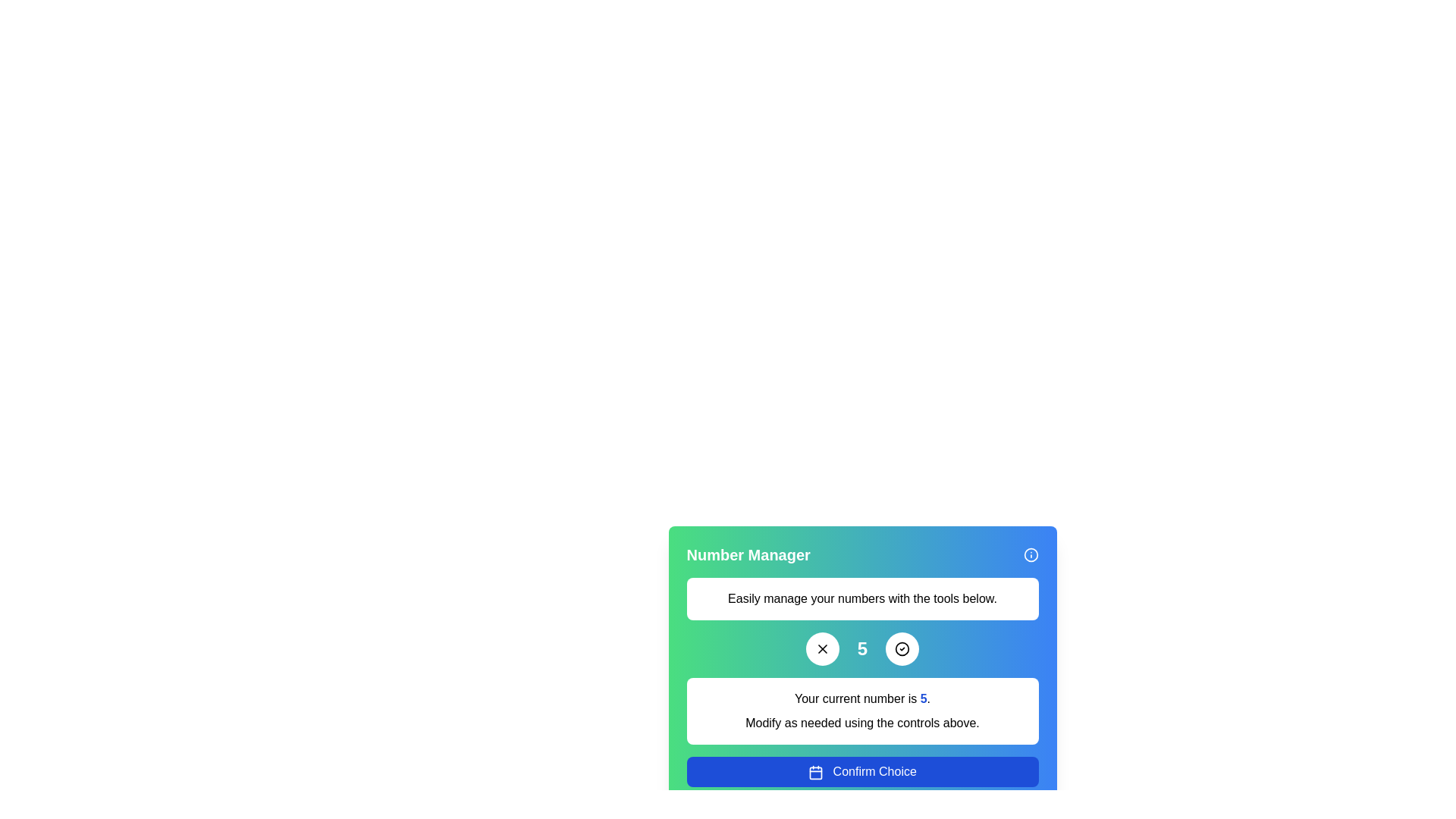  Describe the element at coordinates (923, 698) in the screenshot. I see `the static text element displaying 'Your current number is 5.'` at that location.